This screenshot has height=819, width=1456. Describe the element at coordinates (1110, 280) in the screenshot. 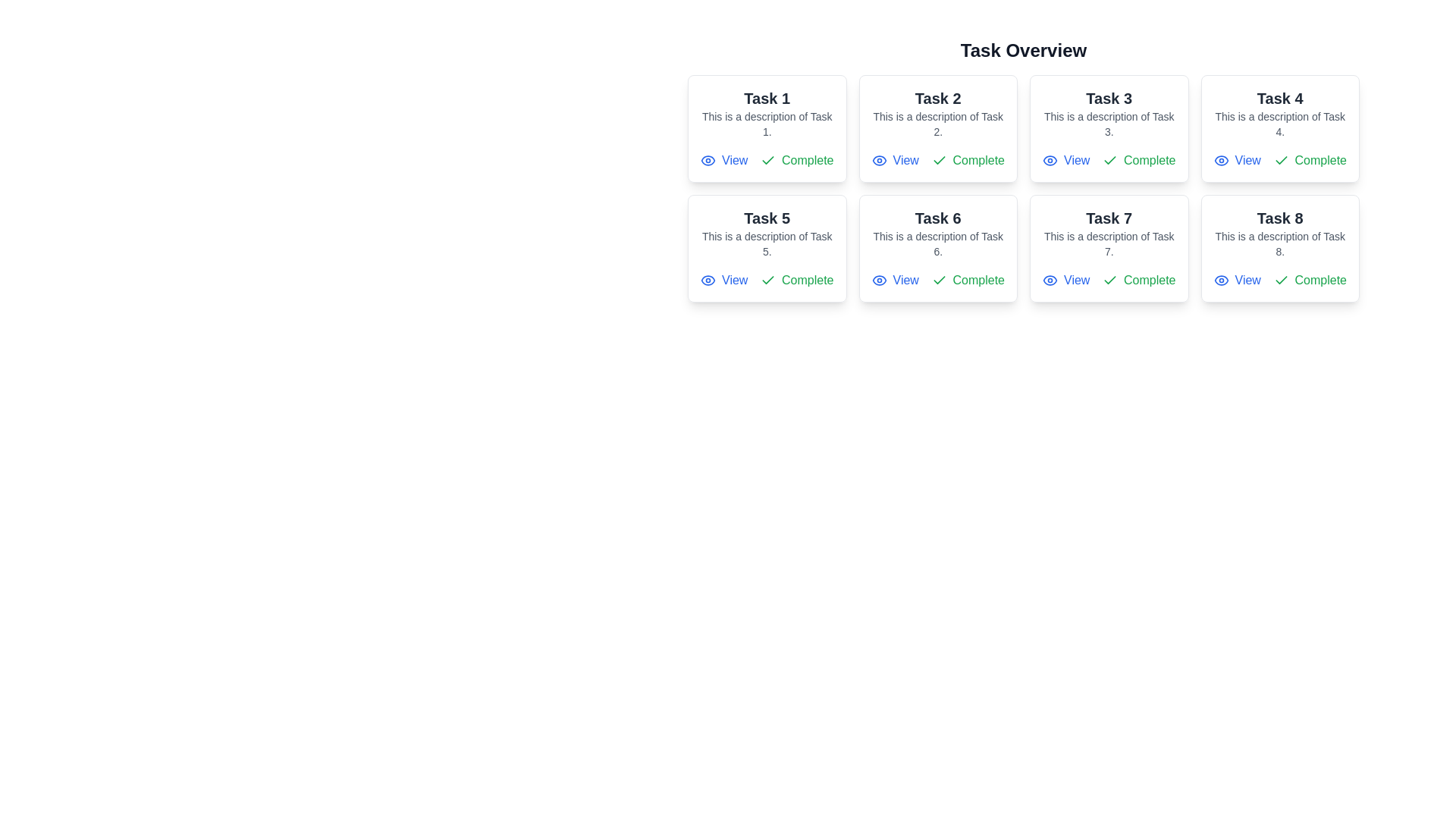

I see `the checkmark vector graphic within the 'Task Overview' section, indicating task completion for the associated task in the second column of the first row` at that location.